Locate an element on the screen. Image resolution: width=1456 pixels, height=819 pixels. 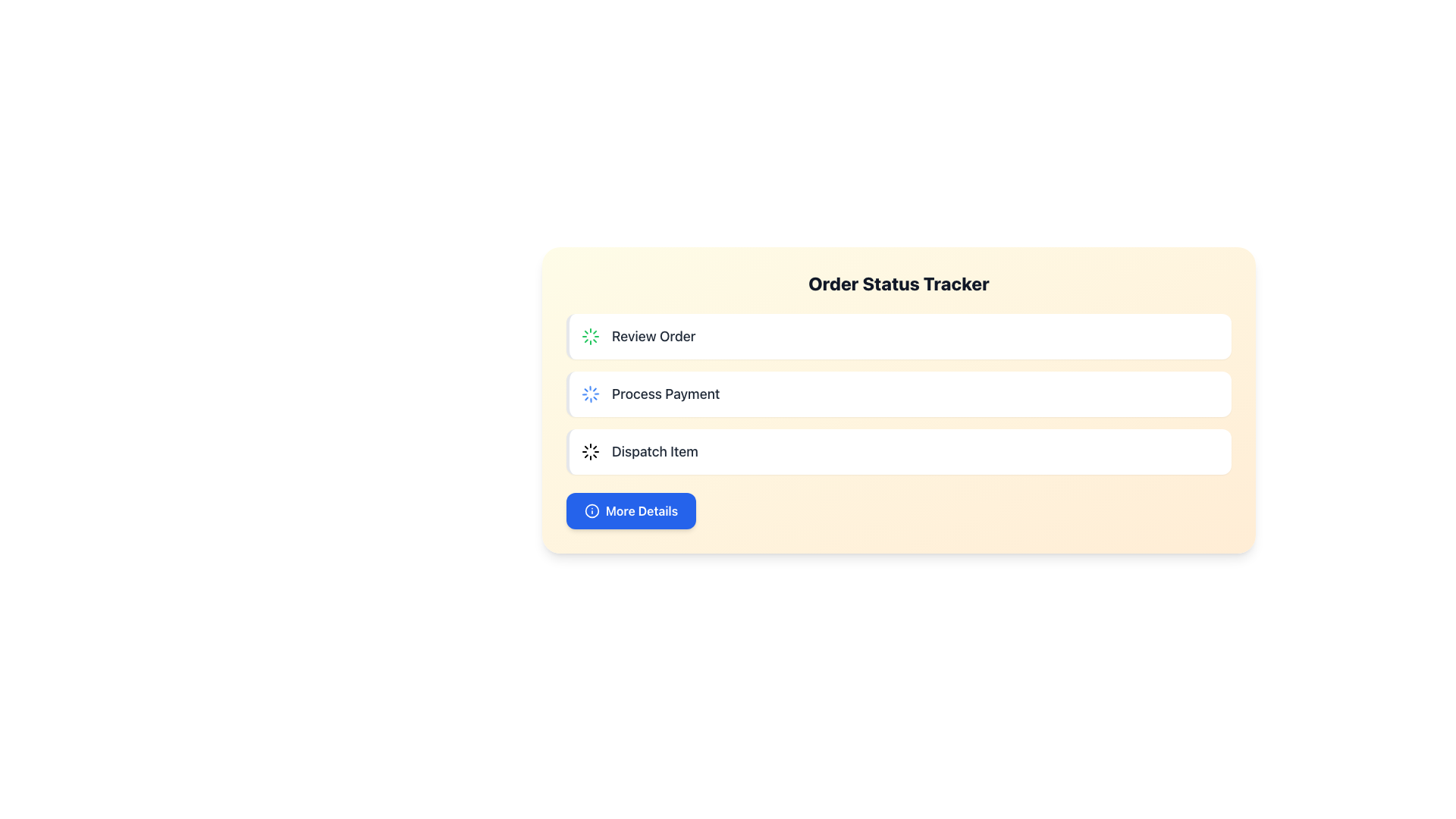
the second item in the 'Order Status Tracker' list, which indicates 'Process Payment' is located at coordinates (899, 394).